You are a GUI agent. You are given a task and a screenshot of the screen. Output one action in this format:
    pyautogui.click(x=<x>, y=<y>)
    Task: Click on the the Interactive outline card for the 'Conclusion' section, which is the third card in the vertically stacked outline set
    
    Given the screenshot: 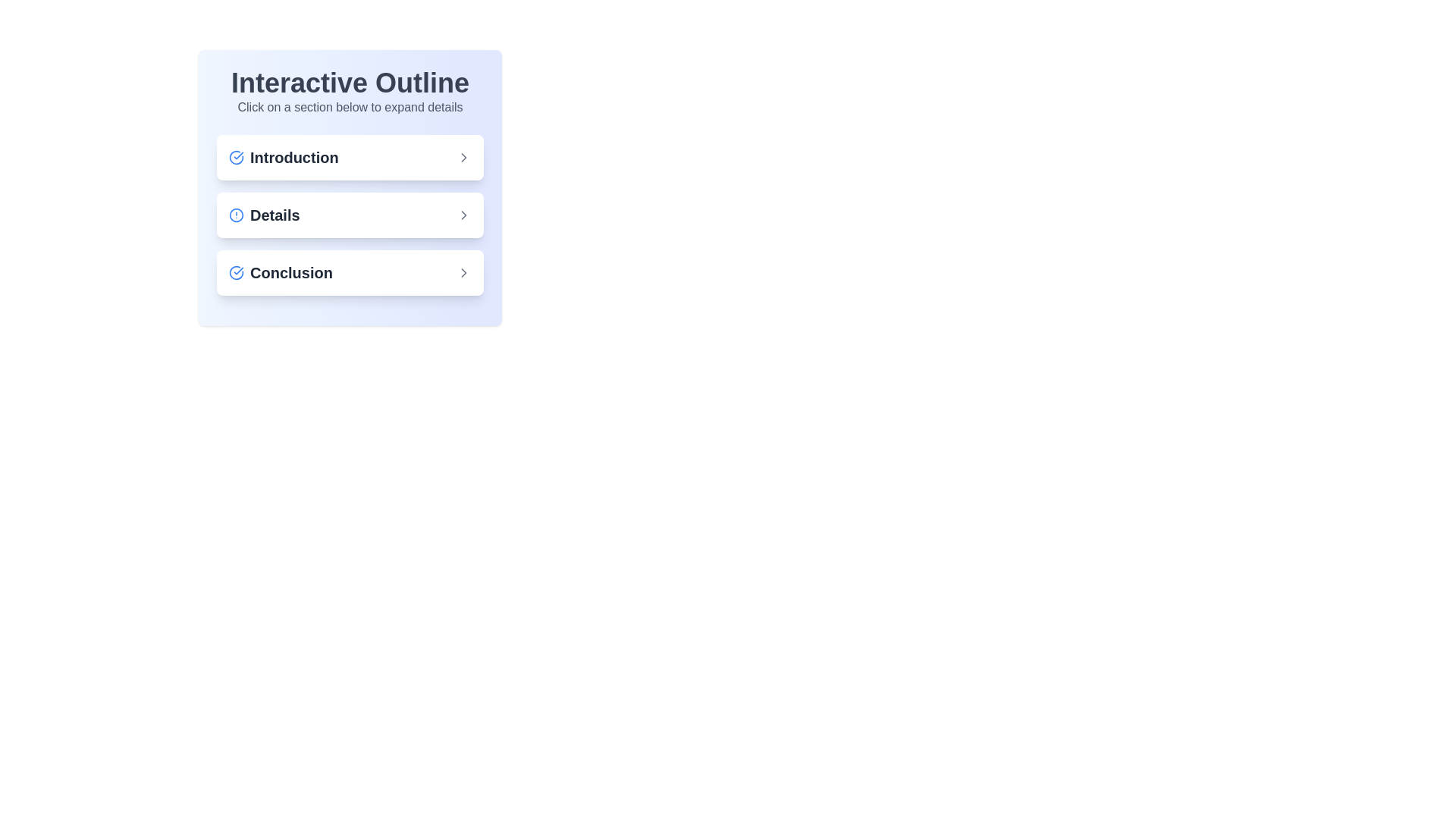 What is the action you would take?
    pyautogui.click(x=349, y=271)
    